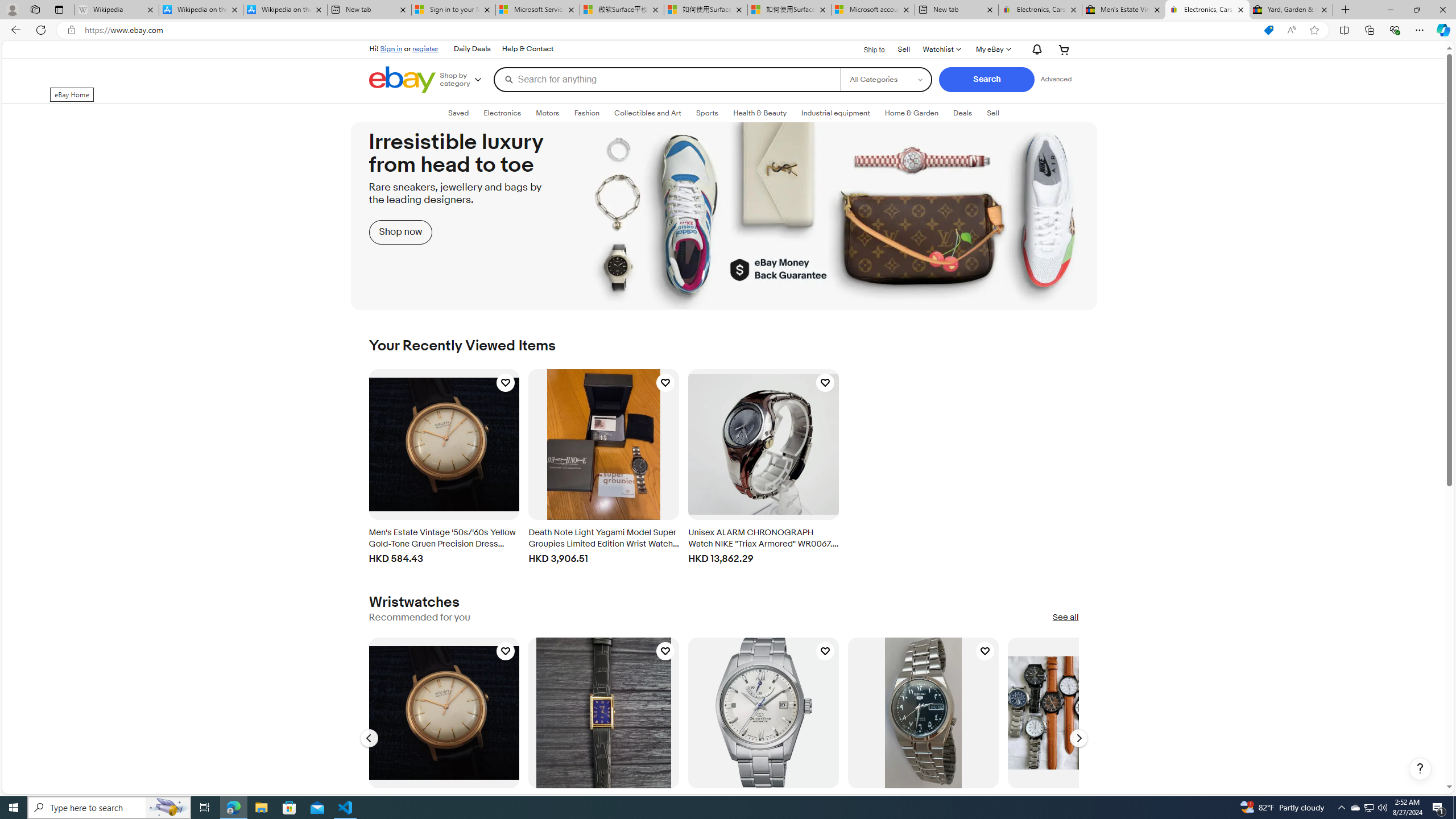 This screenshot has width=1456, height=819. I want to click on 'register', so click(425, 48).